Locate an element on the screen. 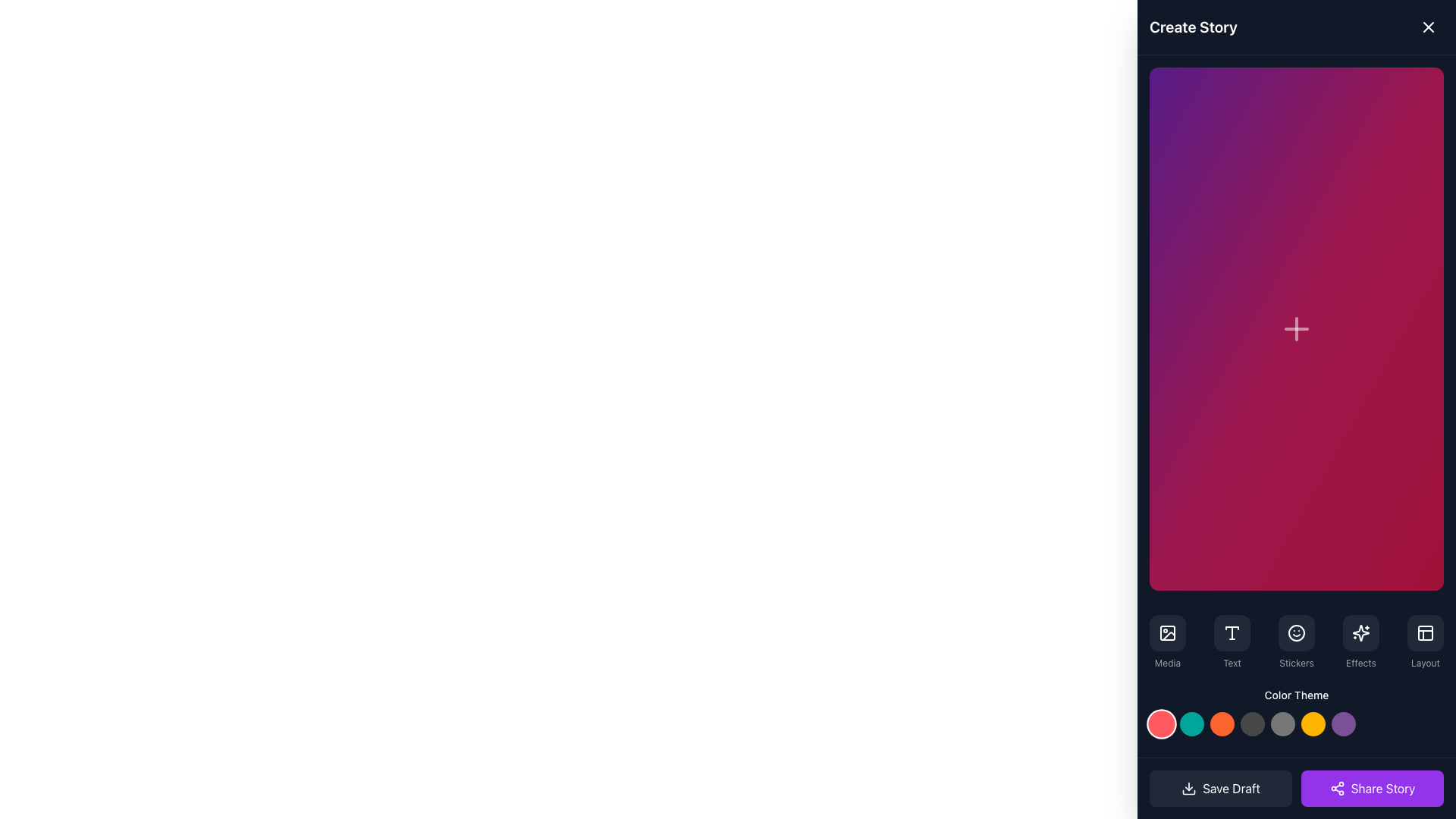  the media button represented by an icon with a picture frame design located in the bottom toolbar of the interface is located at coordinates (1167, 632).